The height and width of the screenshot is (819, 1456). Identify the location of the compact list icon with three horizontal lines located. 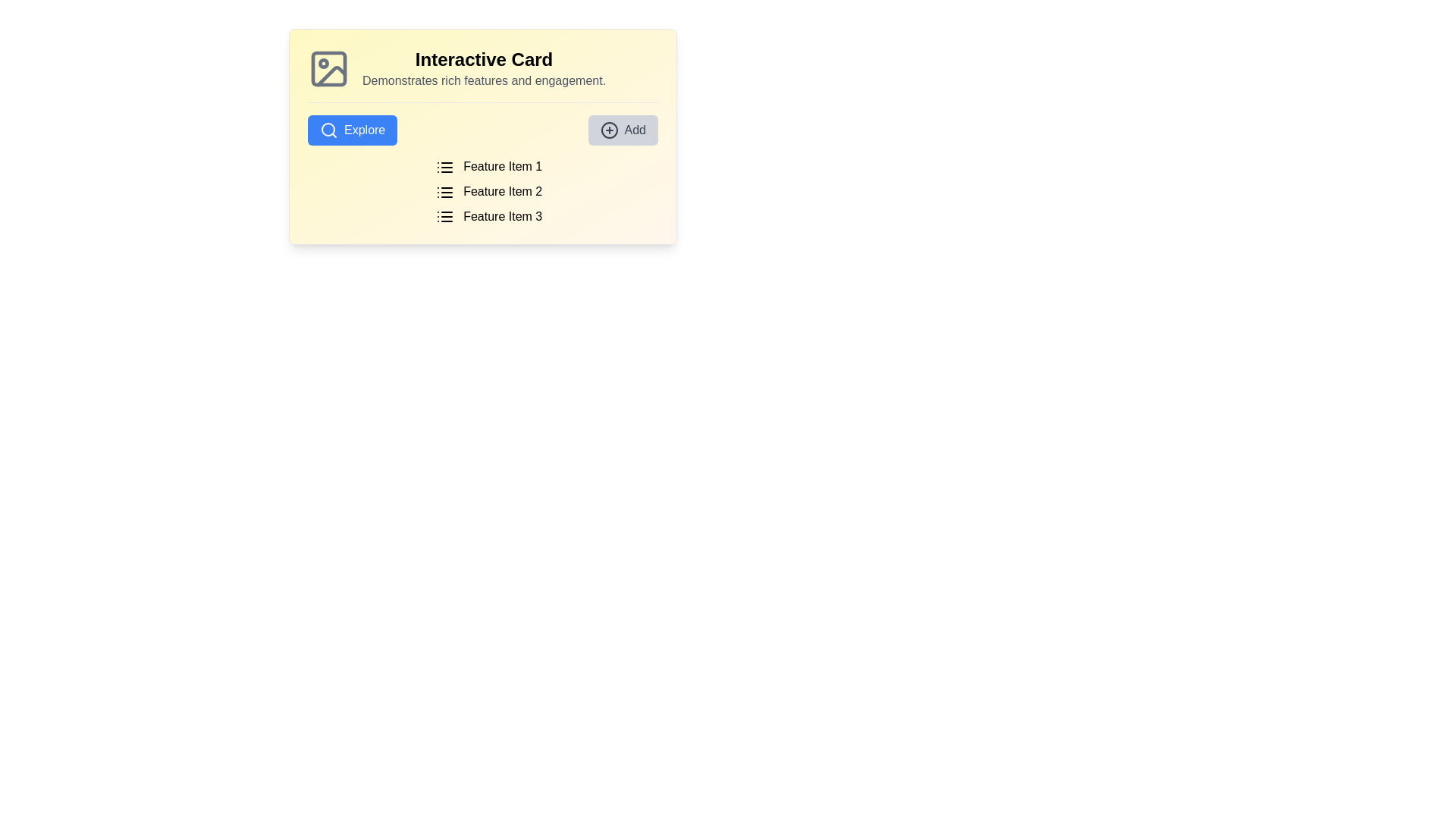
(444, 217).